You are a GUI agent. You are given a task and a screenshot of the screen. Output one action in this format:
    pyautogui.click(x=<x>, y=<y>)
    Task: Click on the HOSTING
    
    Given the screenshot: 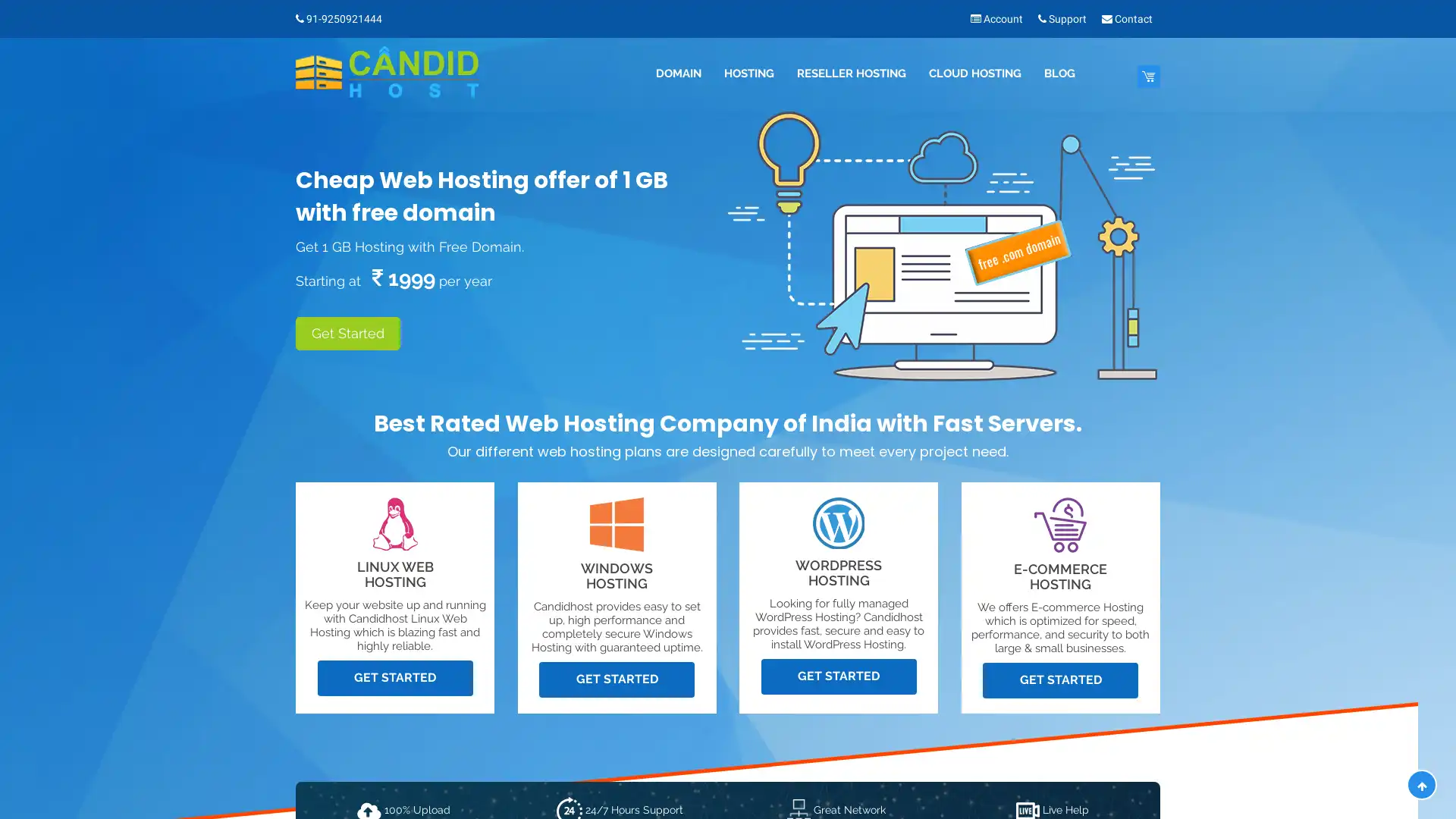 What is the action you would take?
    pyautogui.click(x=748, y=74)
    